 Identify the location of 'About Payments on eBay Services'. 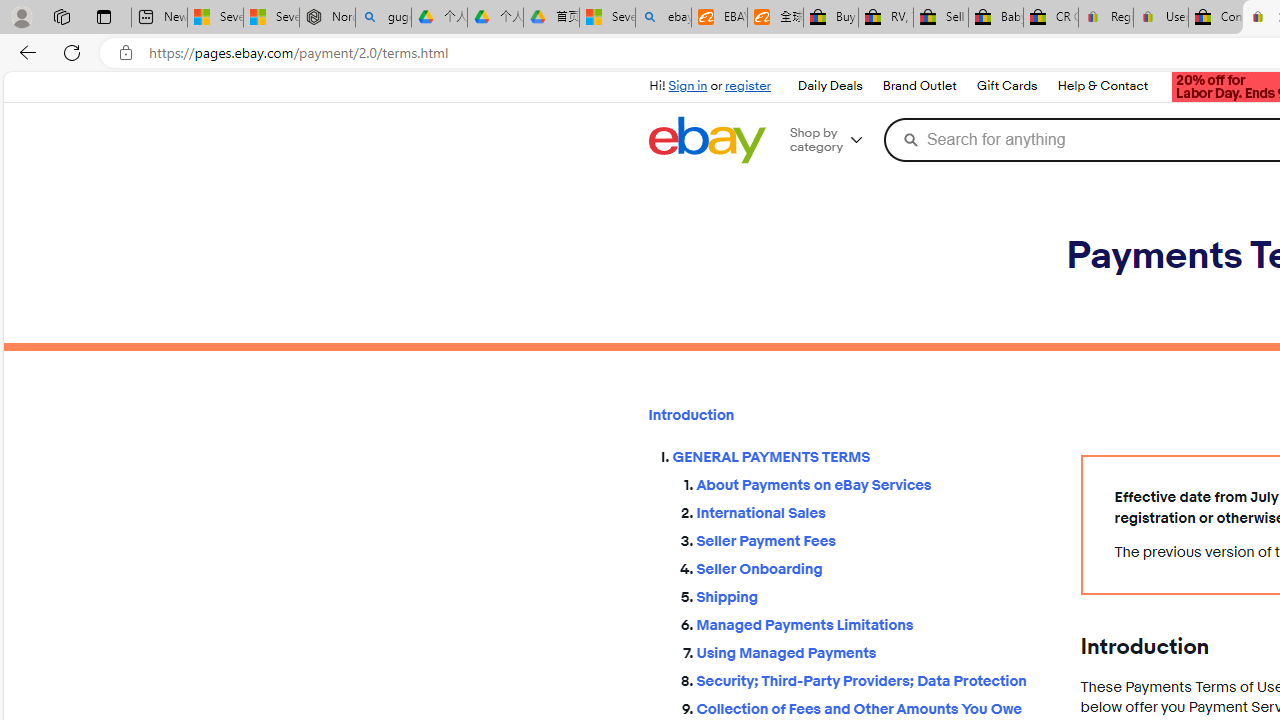
(872, 485).